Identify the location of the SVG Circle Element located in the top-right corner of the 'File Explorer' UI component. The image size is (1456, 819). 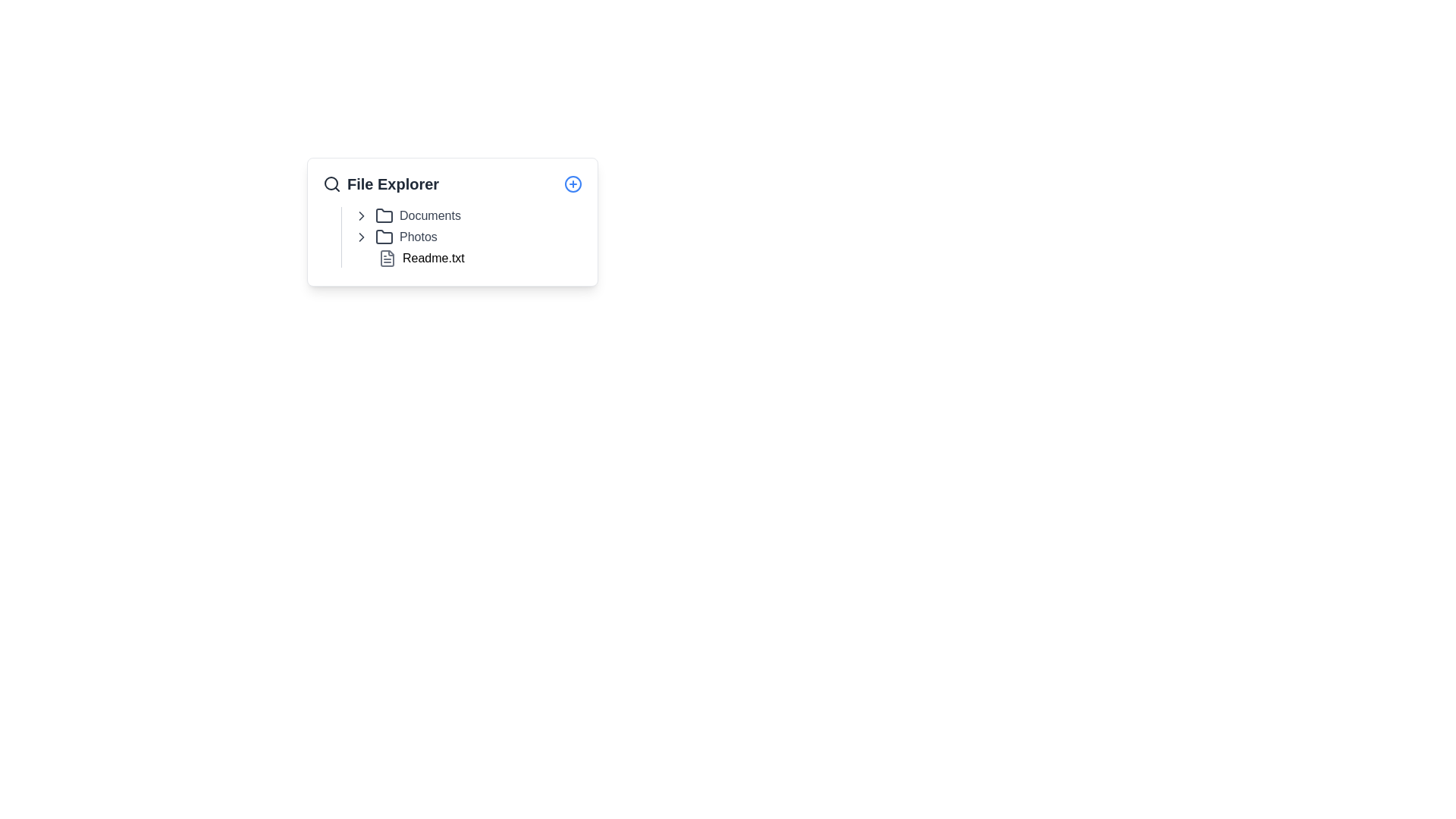
(572, 184).